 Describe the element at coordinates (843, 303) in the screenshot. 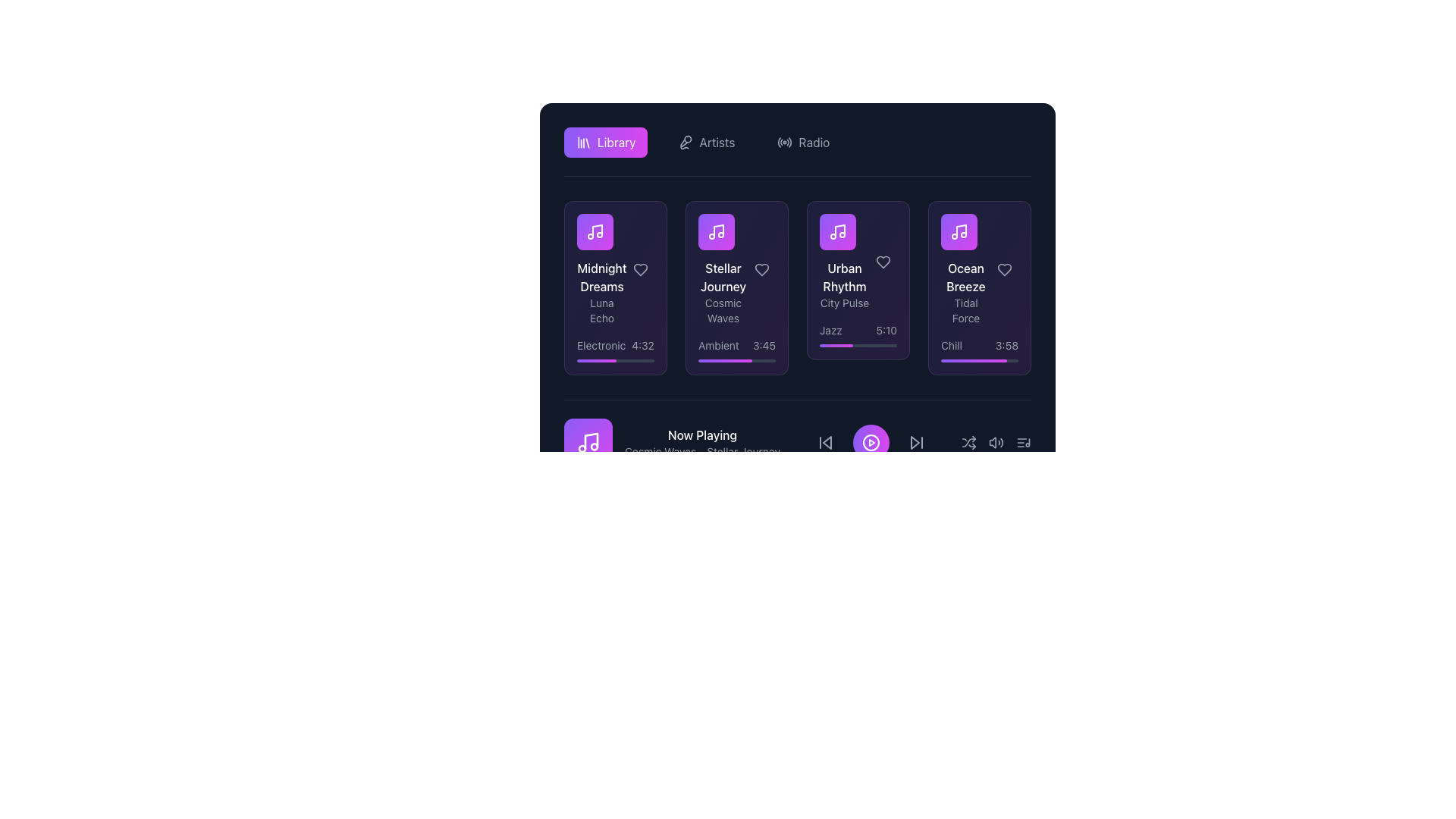

I see `static text label displaying 'City Pulse', which is a small gray font located below the main label 'Urban Rhythm' in the third music card` at that location.